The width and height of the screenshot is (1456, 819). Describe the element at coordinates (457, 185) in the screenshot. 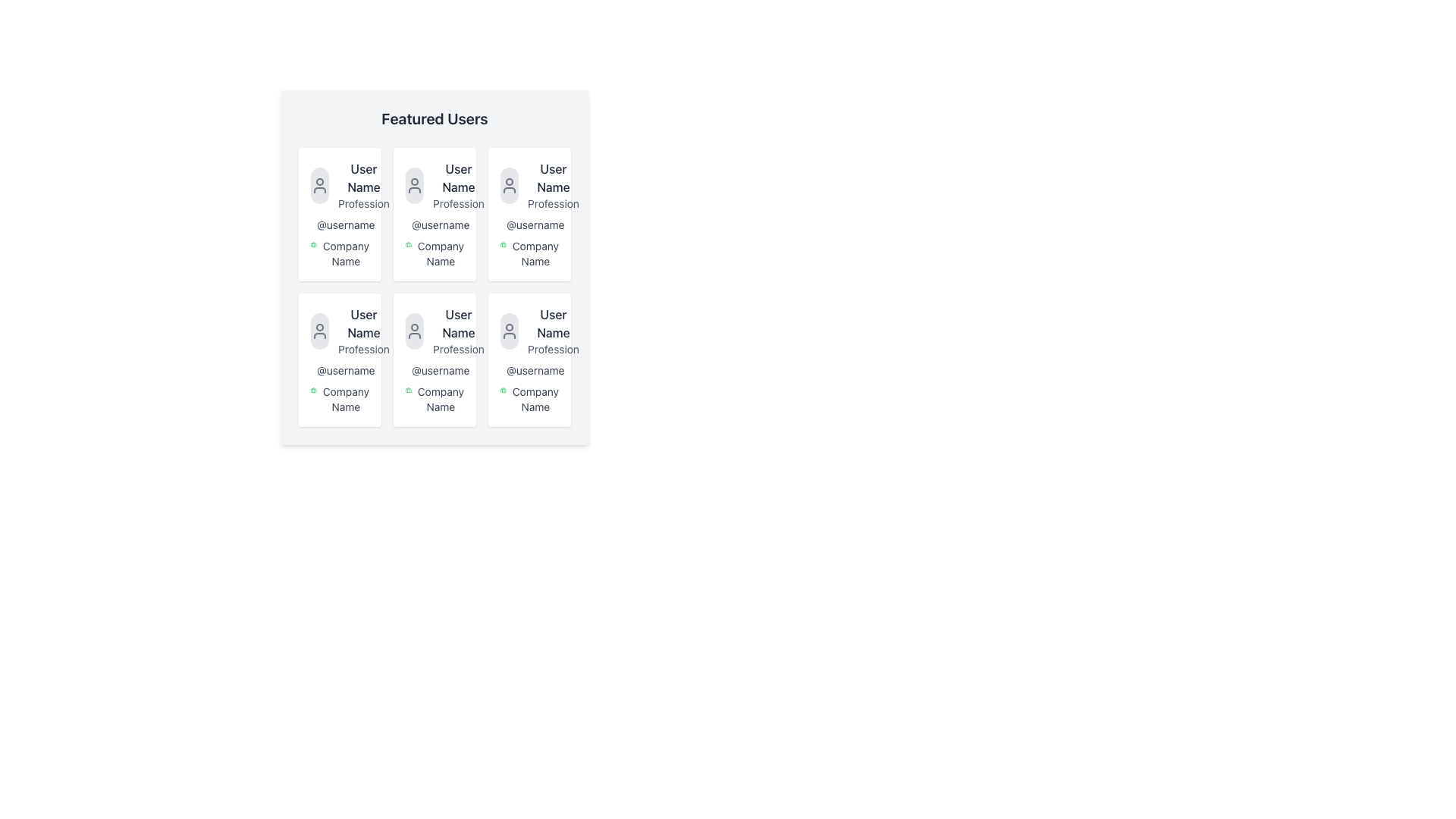

I see `the text display element that shows 'User Name' in bold dark gray and 'Profession' in smaller light gray, located in the second tile of the first row of the 'Featured Users' section` at that location.